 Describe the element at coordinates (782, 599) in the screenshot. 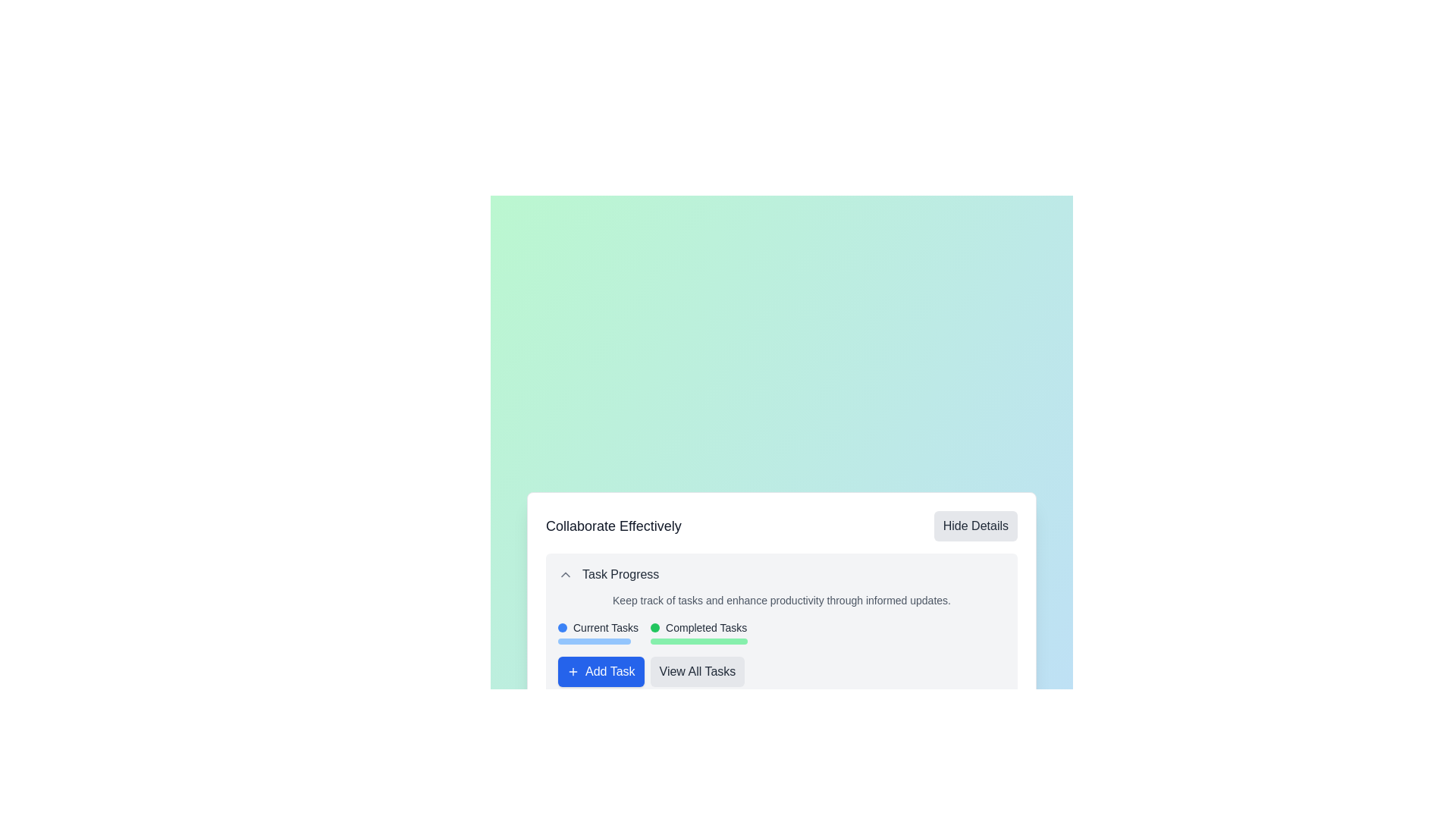

I see `the static text block displaying 'Keep track of tasks and enhance productivity through informed updates.' which is positioned below the header 'Task Progress'` at that location.